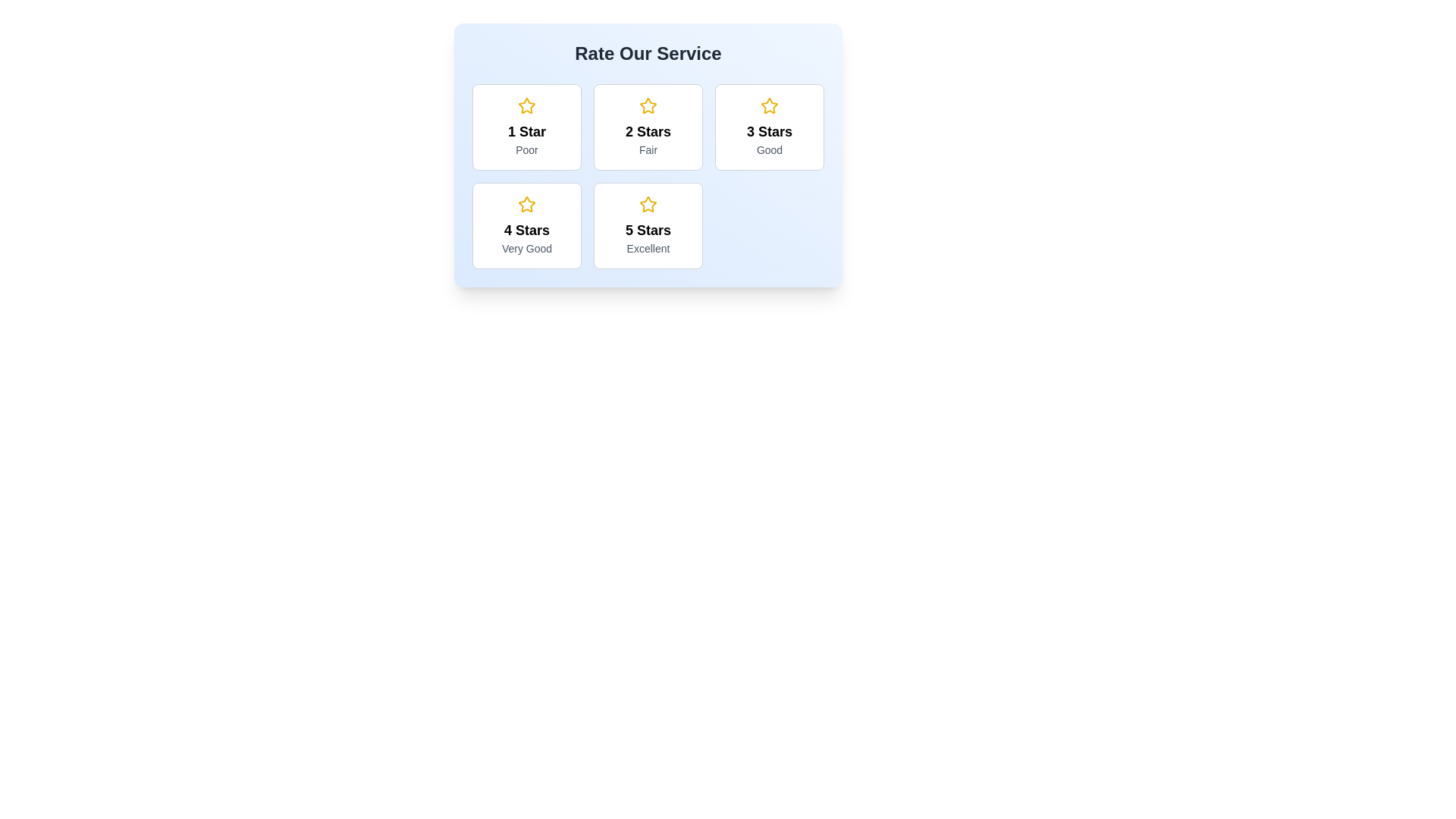 Image resolution: width=1456 pixels, height=819 pixels. Describe the element at coordinates (769, 105) in the screenshot. I see `the third star icon in the rating system` at that location.